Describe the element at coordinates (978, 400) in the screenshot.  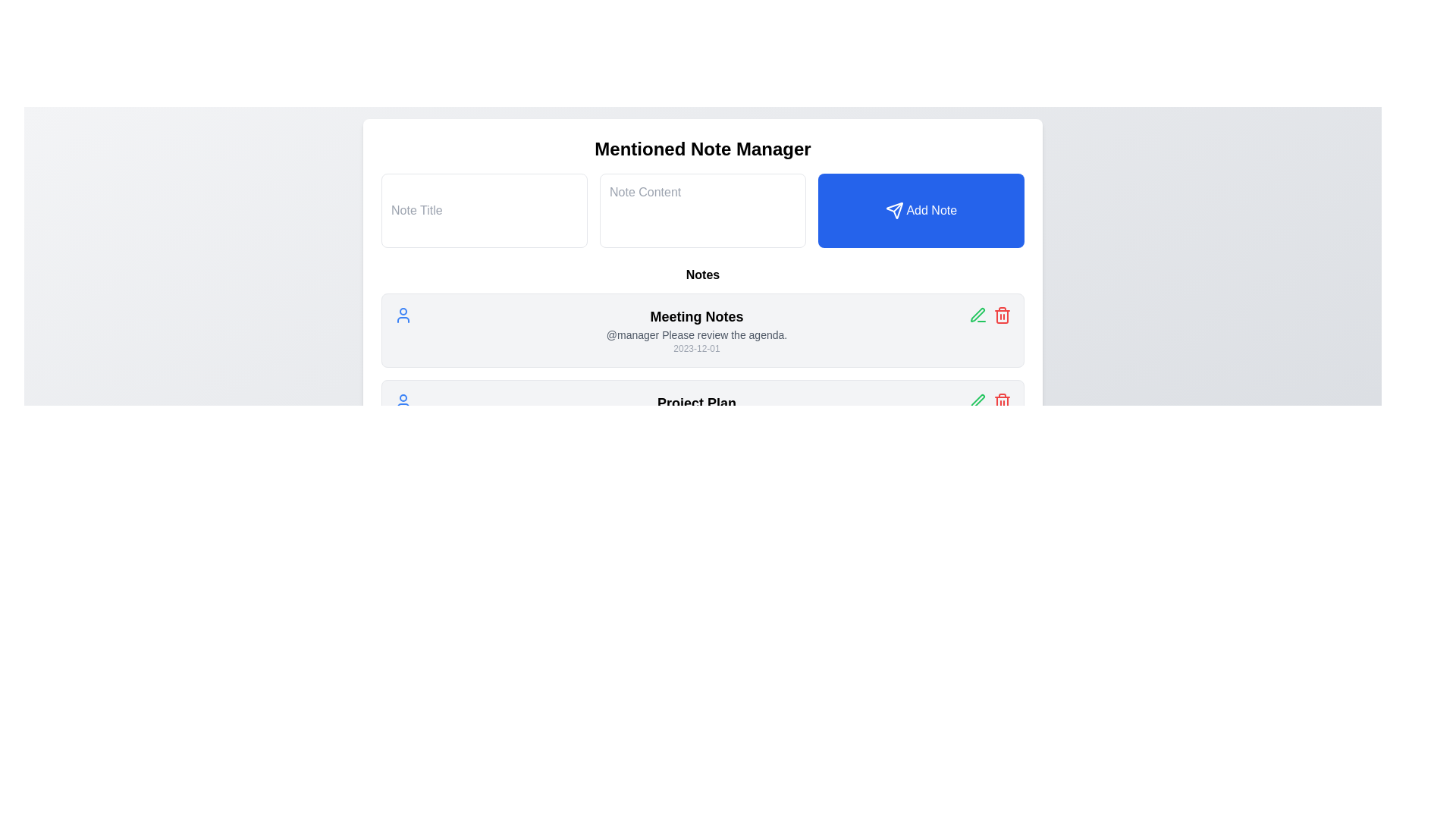
I see `the Icon button that opens the editing interface for the 'Project Plan' note item to change its color` at that location.